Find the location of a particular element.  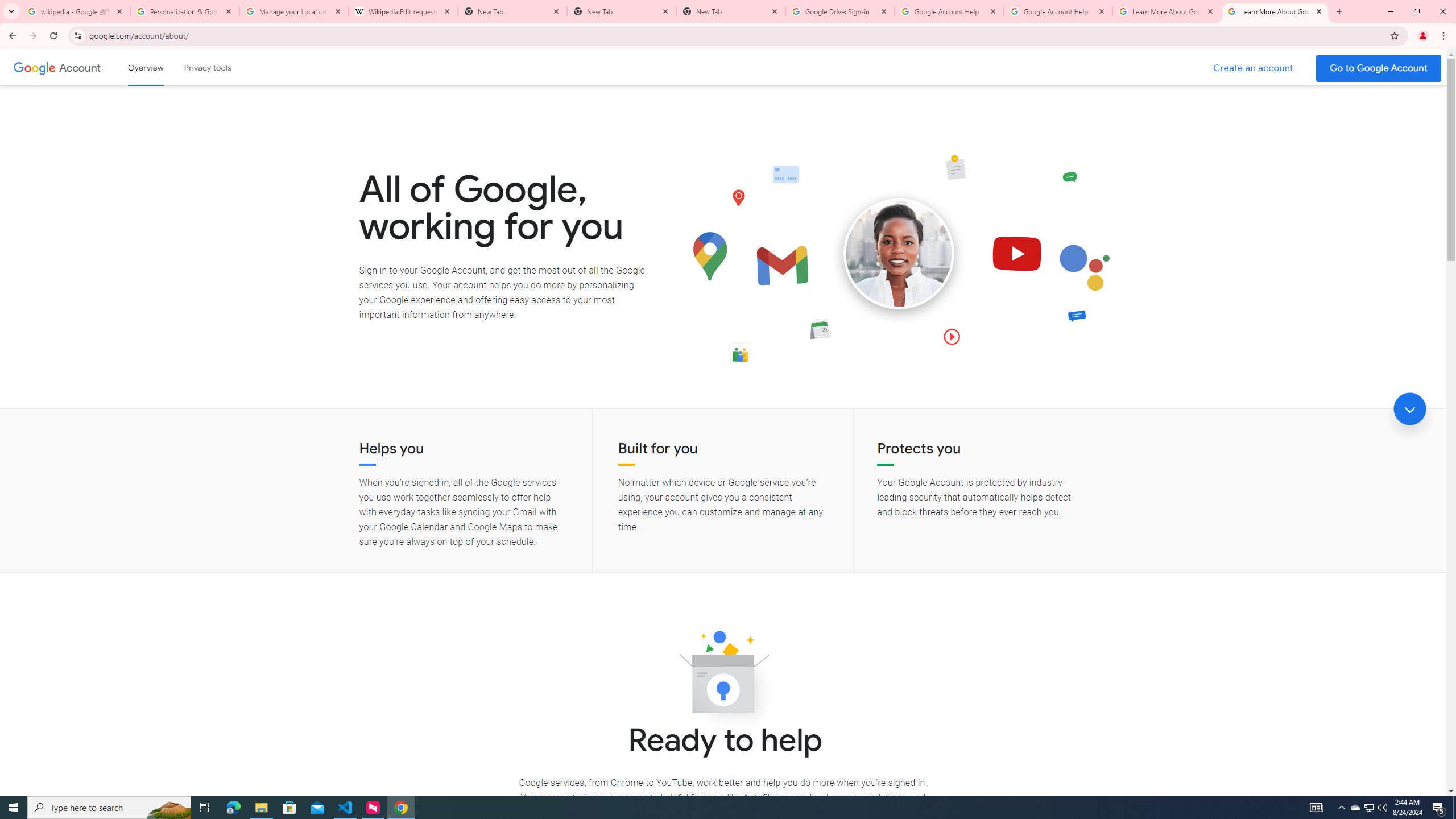

'Privacy tools' is located at coordinates (206, 67).